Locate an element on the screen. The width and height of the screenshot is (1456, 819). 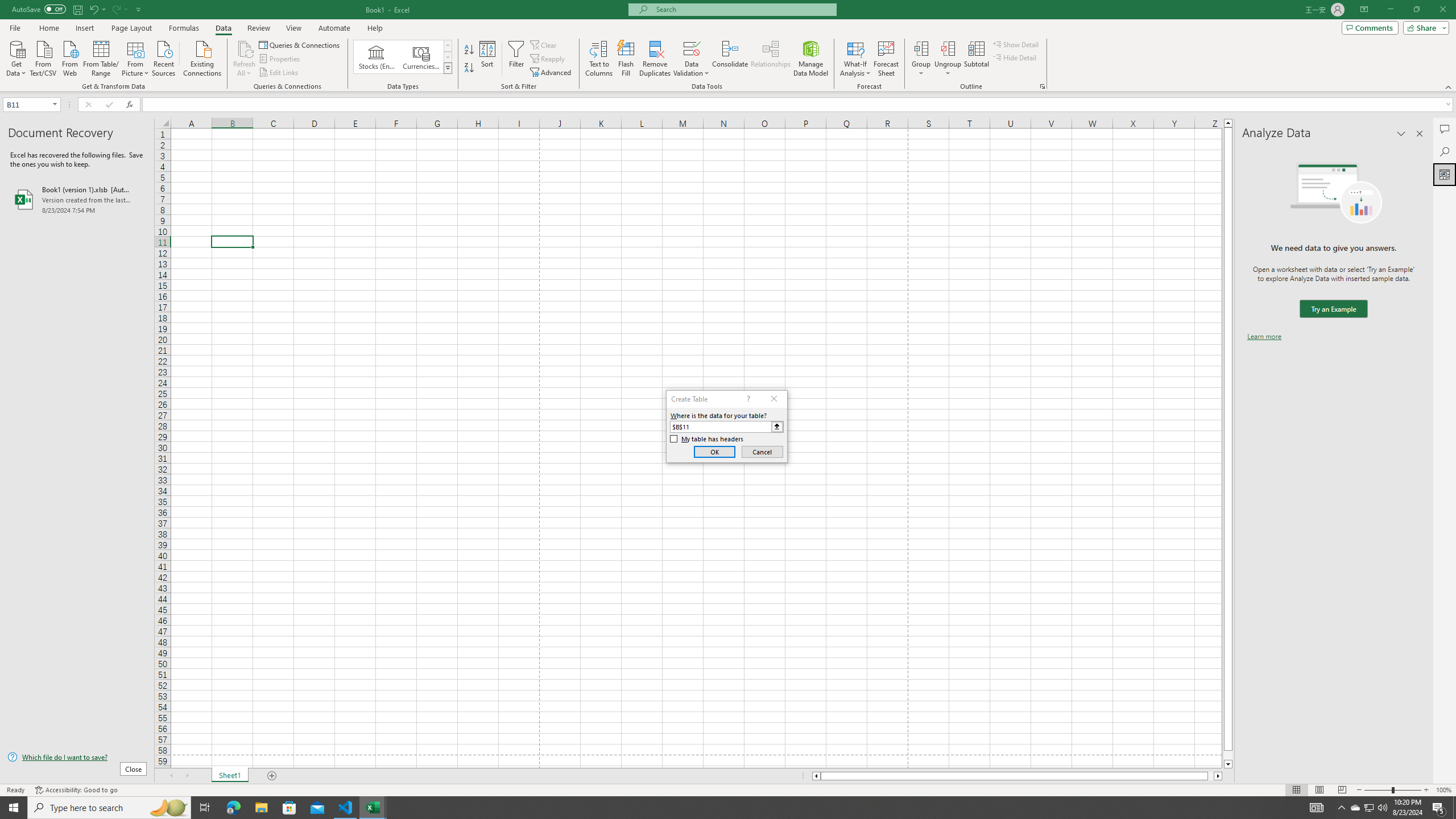
'Consolidate...' is located at coordinates (730, 59).